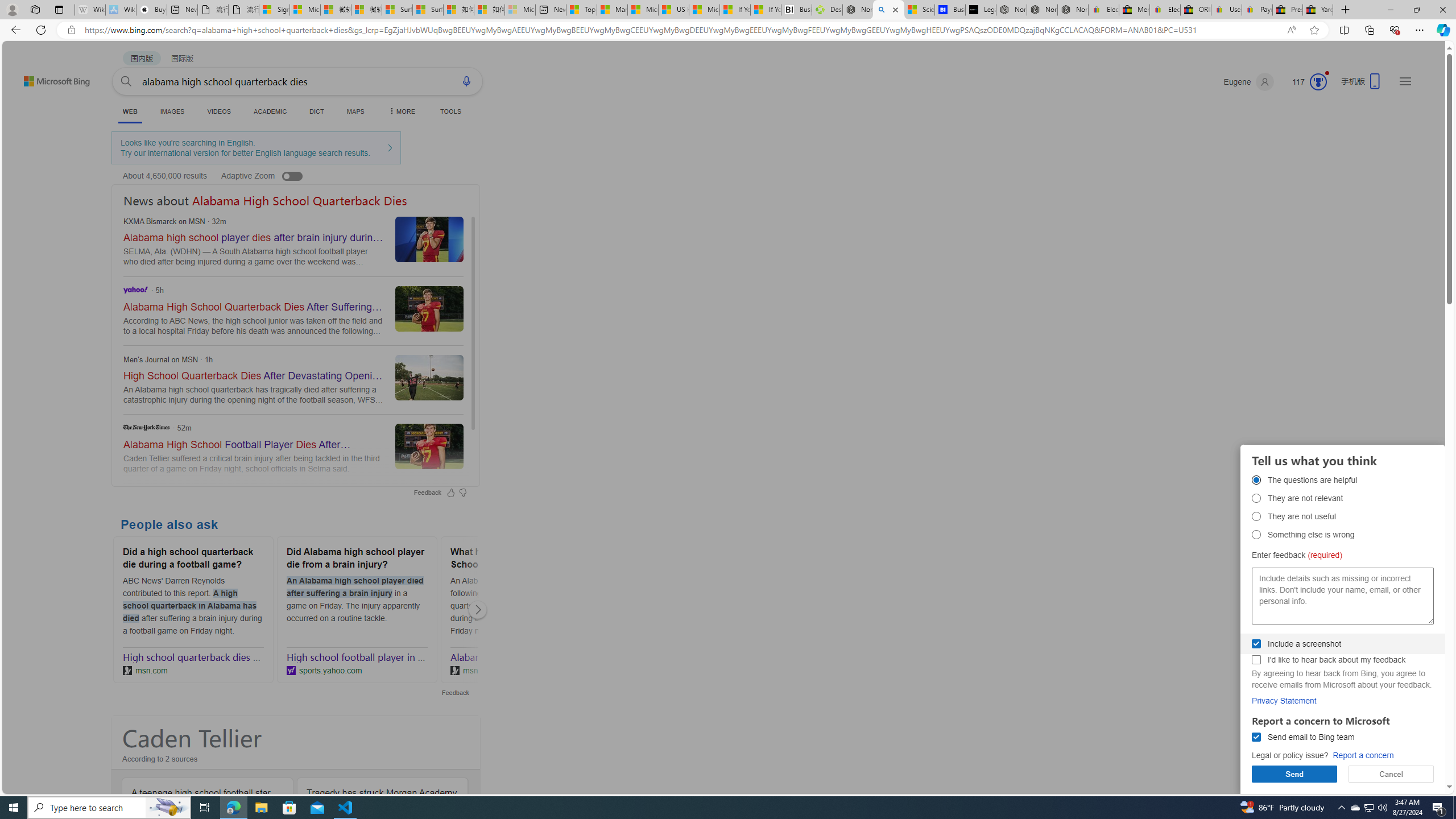 This screenshot has height=819, width=1456. I want to click on 'The questions are helpful The questions are helpful', so click(1256, 479).